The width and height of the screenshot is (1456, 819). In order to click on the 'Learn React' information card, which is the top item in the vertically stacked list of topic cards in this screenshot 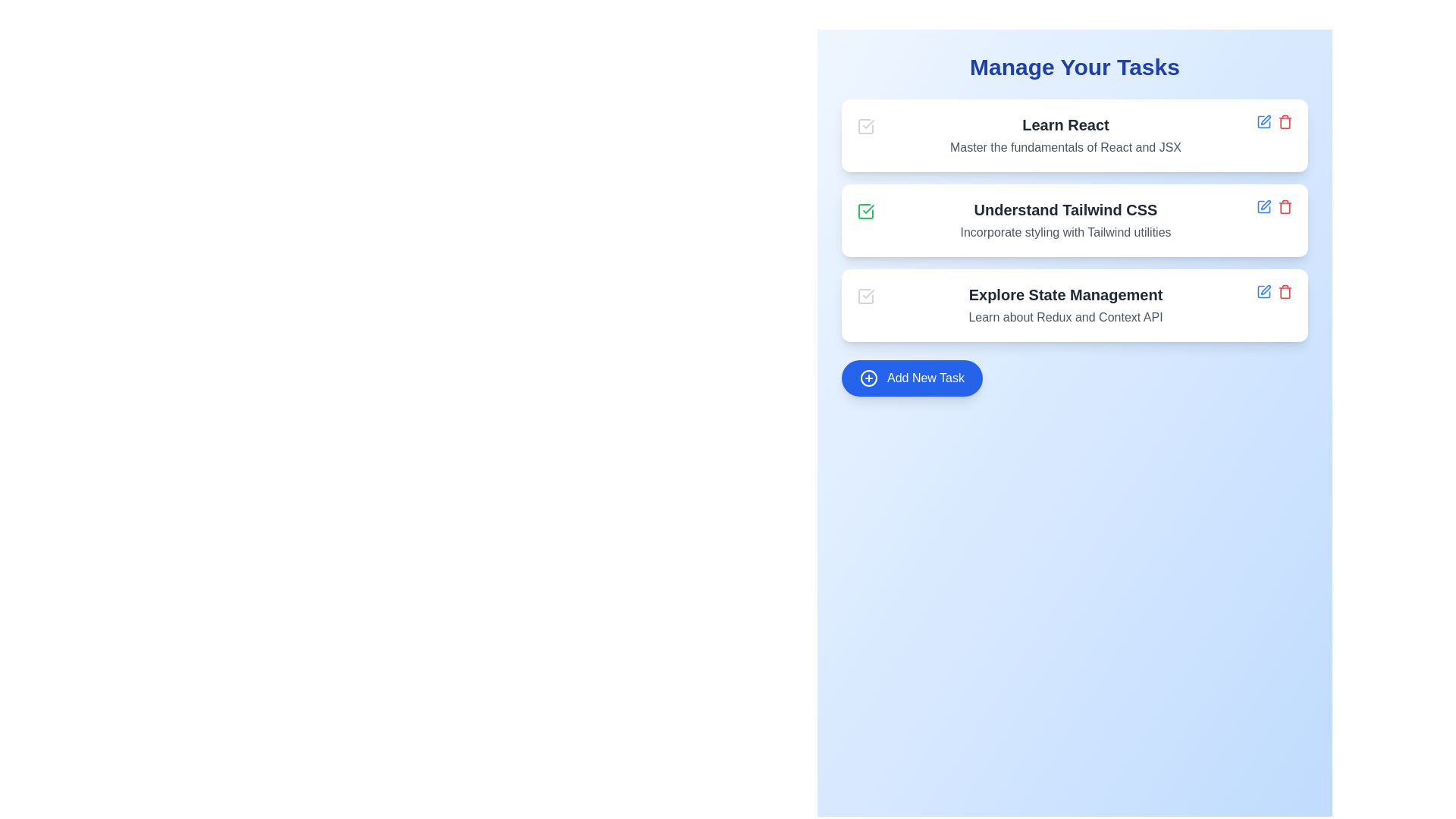, I will do `click(1074, 134)`.